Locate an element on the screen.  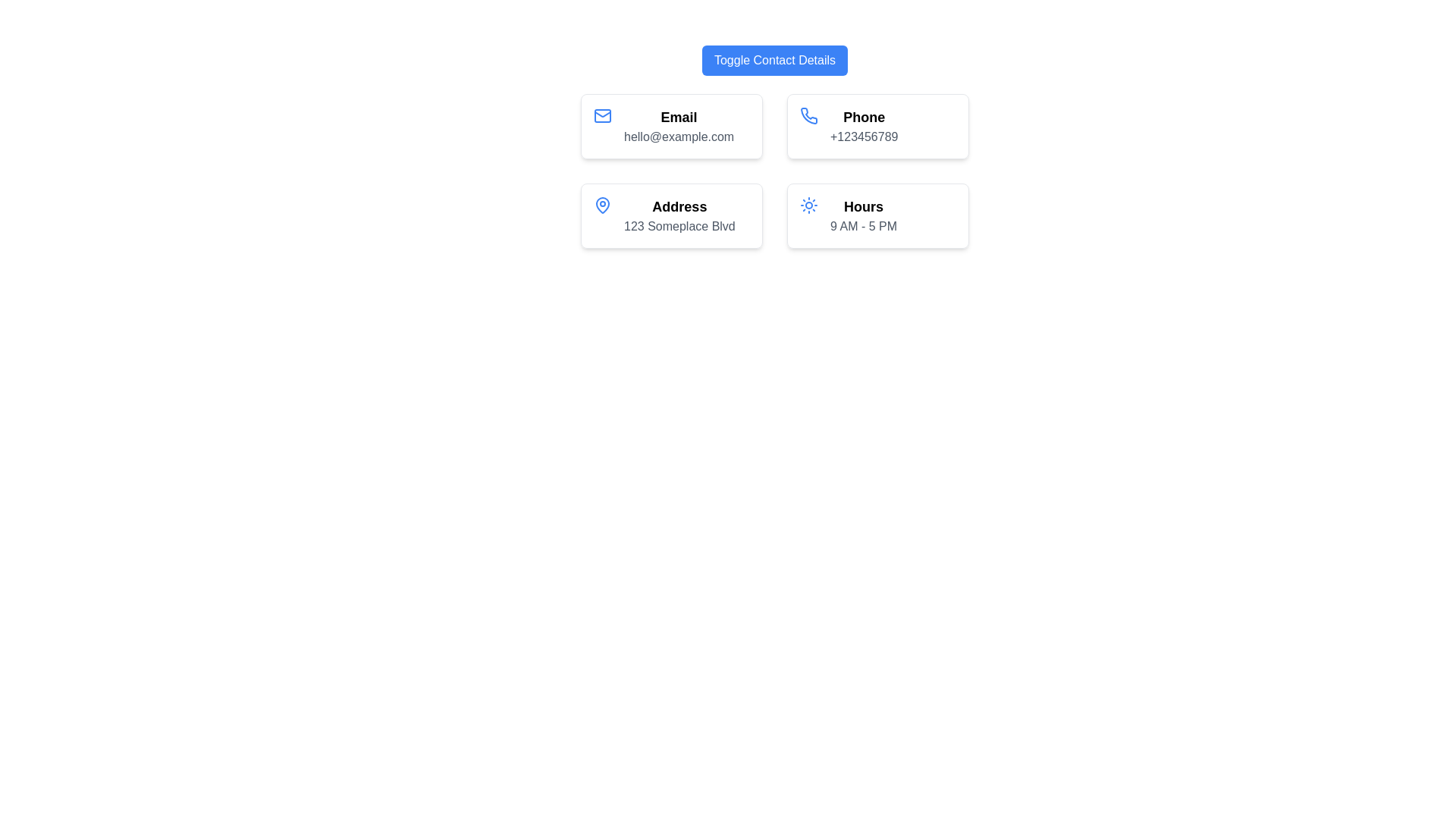
the address icon located in the 'Address' card of the contact details grid, positioned to the left of the card content and above '123 Someplace Blvd' is located at coordinates (602, 205).